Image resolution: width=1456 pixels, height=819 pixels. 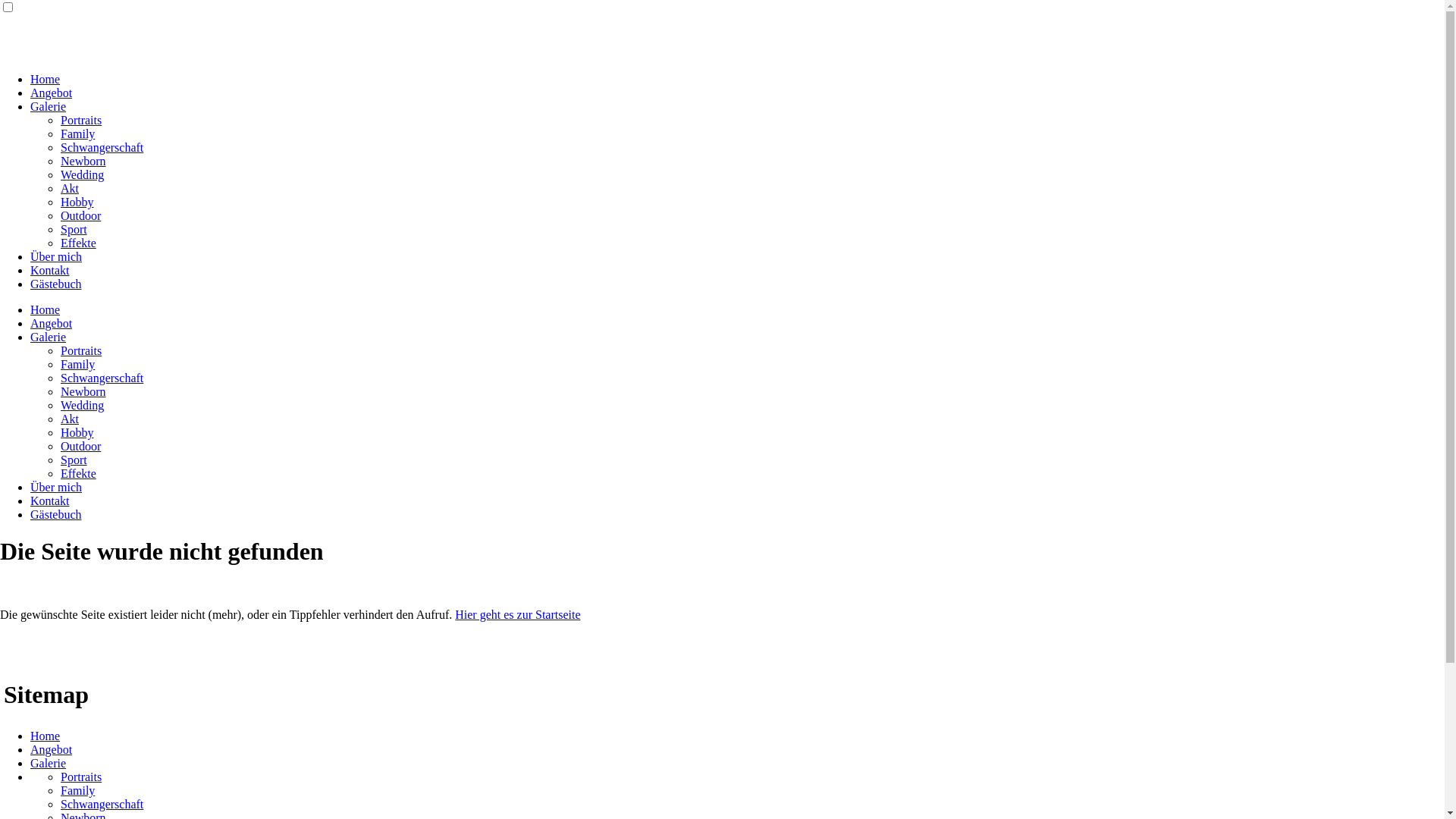 I want to click on 'Hier geht es zur Startseite', so click(x=517, y=614).